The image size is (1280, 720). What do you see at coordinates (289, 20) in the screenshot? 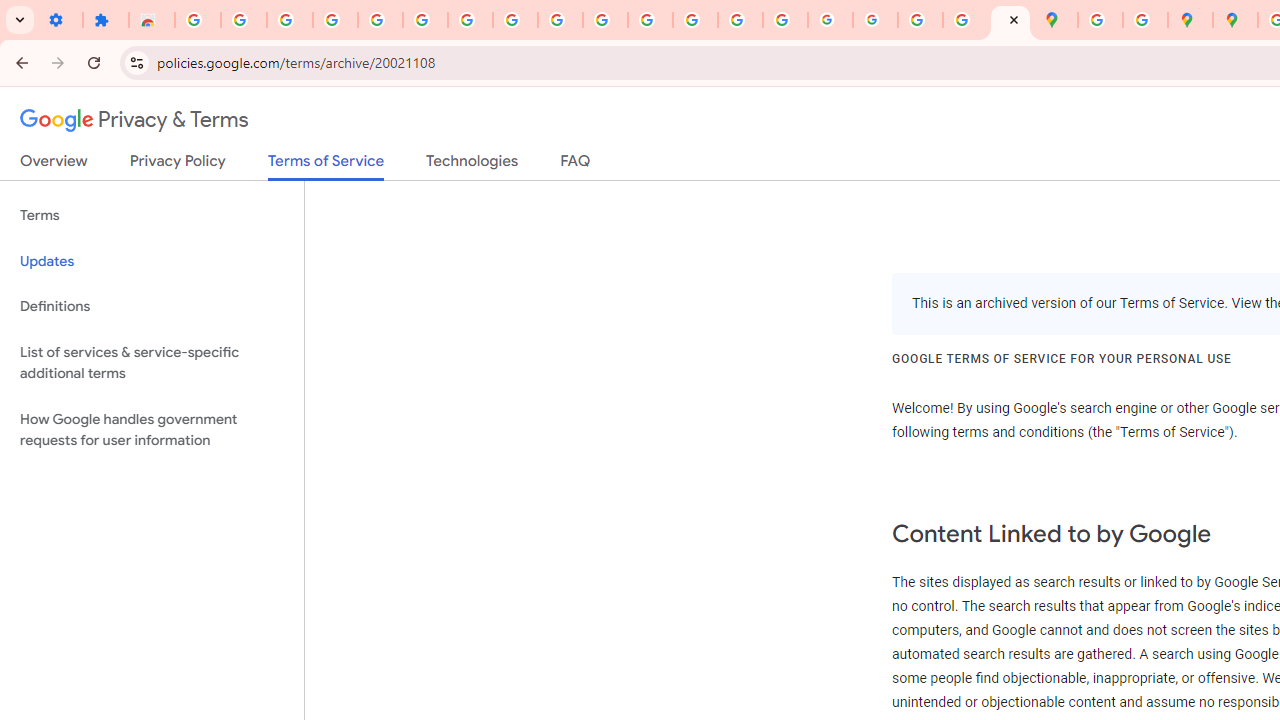
I see `'Delete photos & videos - Computer - Google Photos Help'` at bounding box center [289, 20].